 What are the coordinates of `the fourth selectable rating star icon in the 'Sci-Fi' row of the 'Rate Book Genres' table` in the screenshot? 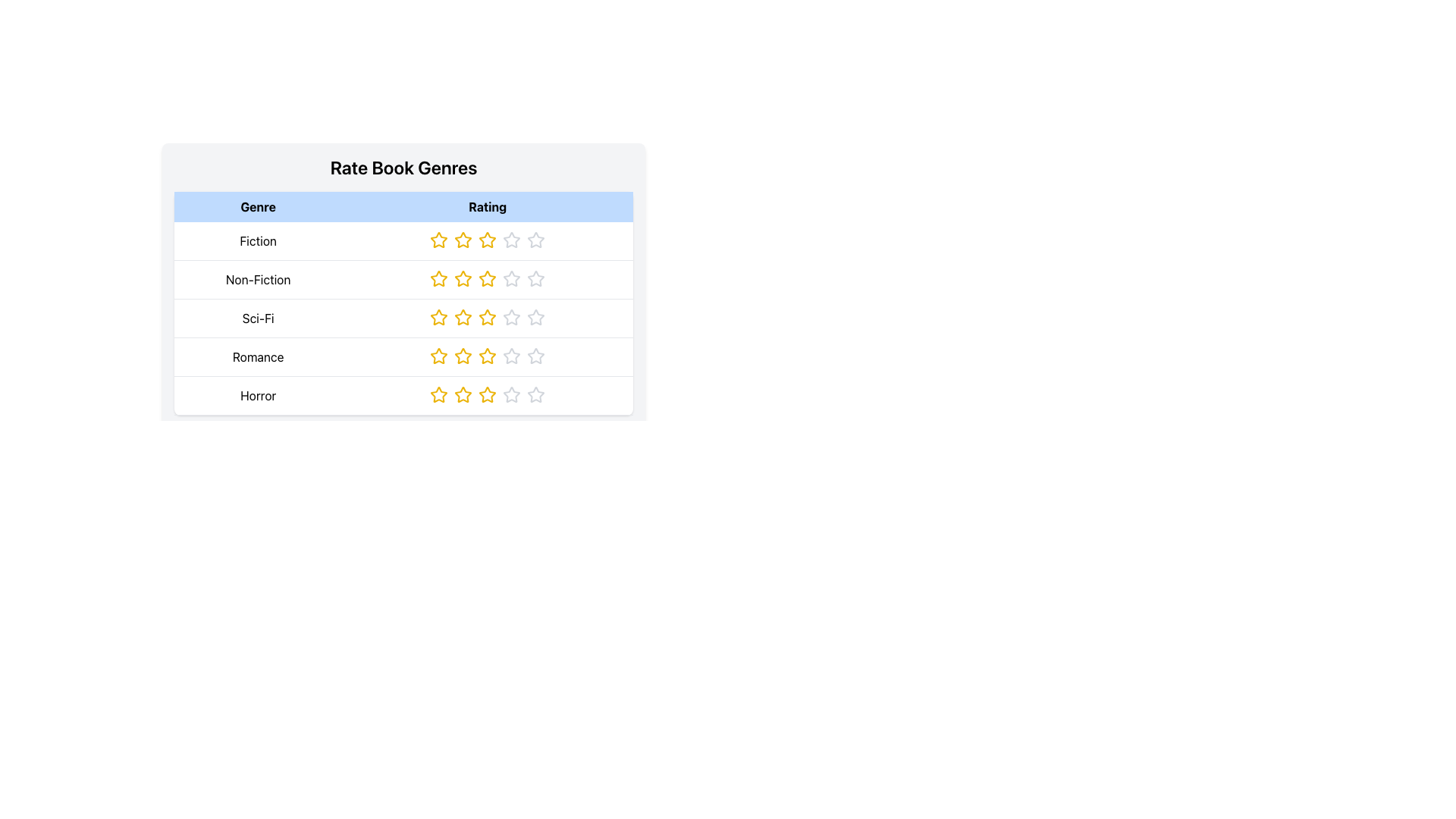 It's located at (512, 316).